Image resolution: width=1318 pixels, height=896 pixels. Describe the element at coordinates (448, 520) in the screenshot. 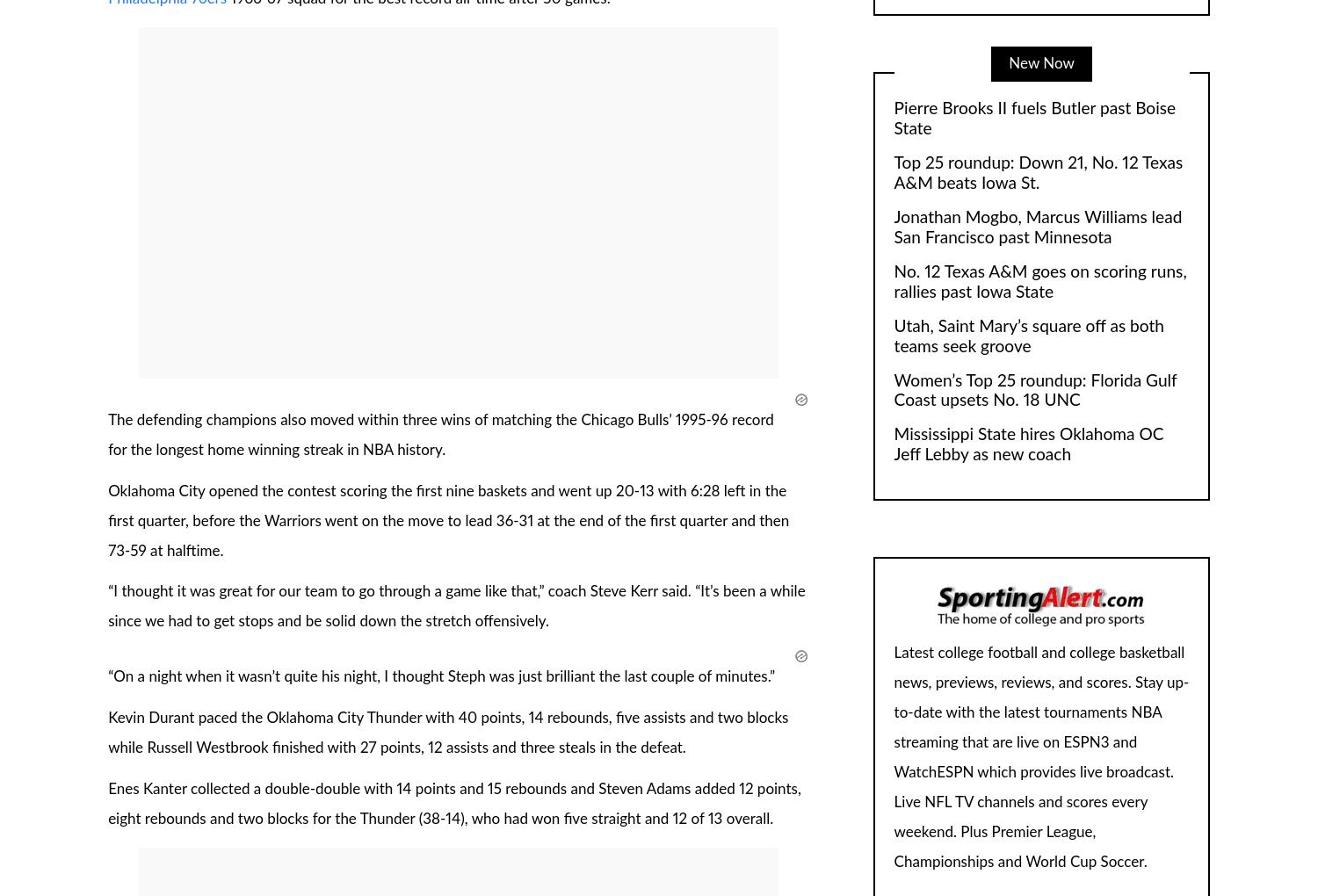

I see `'Oklahoma City opened the contest scoring the first nine baskets and went up 20-13 with 6:28 left in the first quarter, before the Warriors went on the move to lead 36-31 at the end of the first quarter and then 73-59 at halftime.'` at that location.